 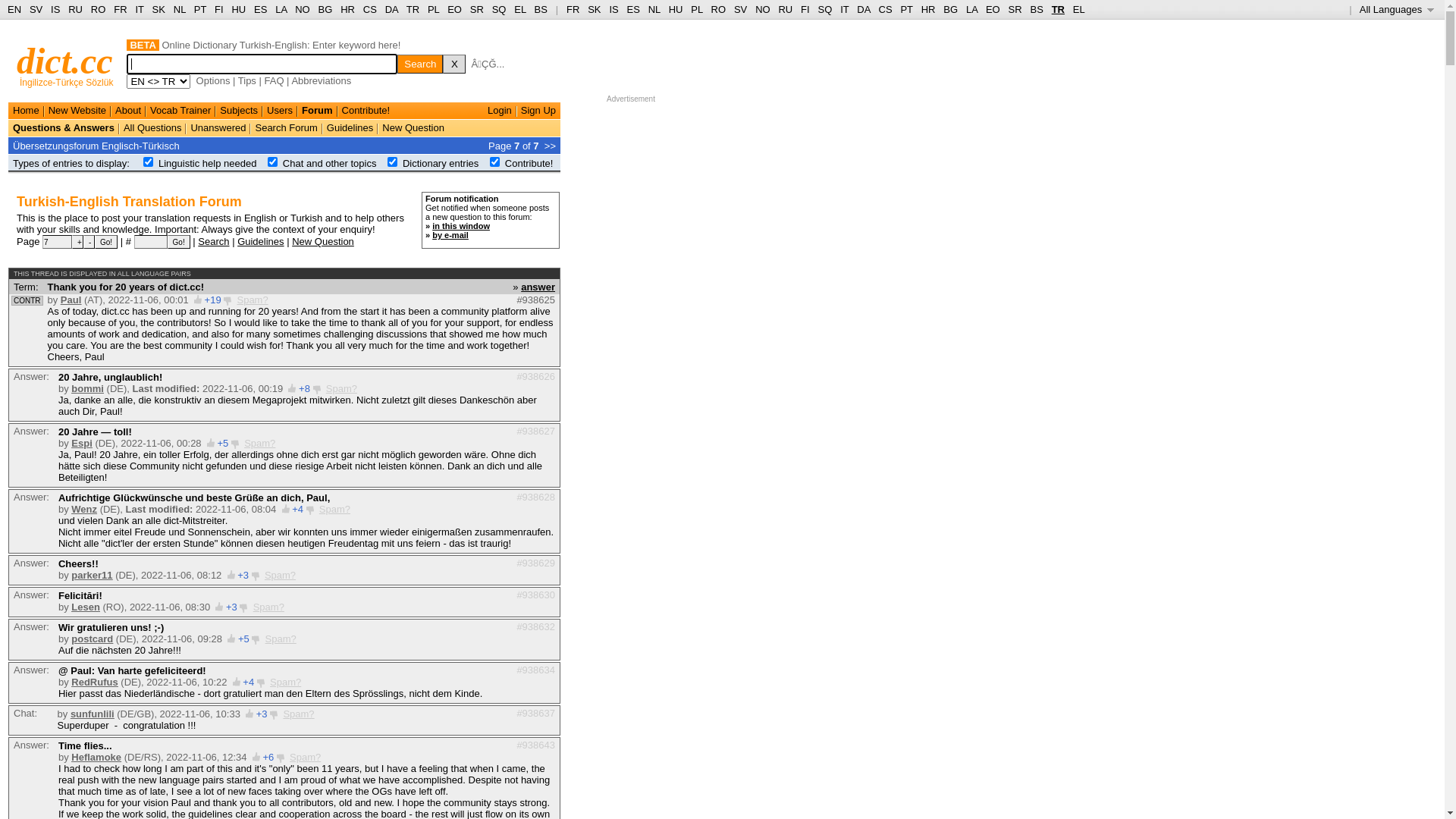 I want to click on '#938626', so click(x=516, y=375).